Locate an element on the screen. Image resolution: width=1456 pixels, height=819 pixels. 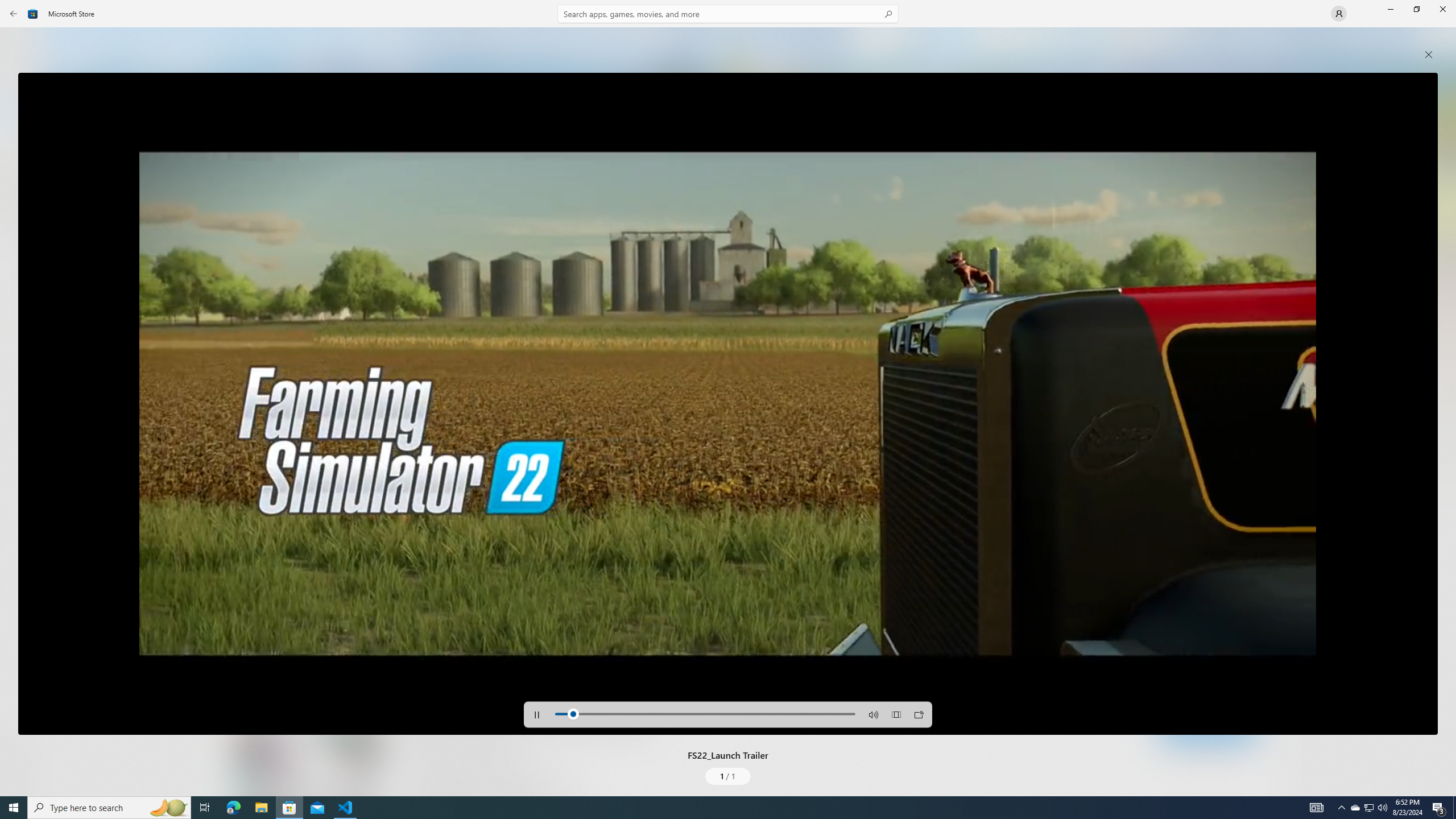
'Pause' is located at coordinates (536, 714).